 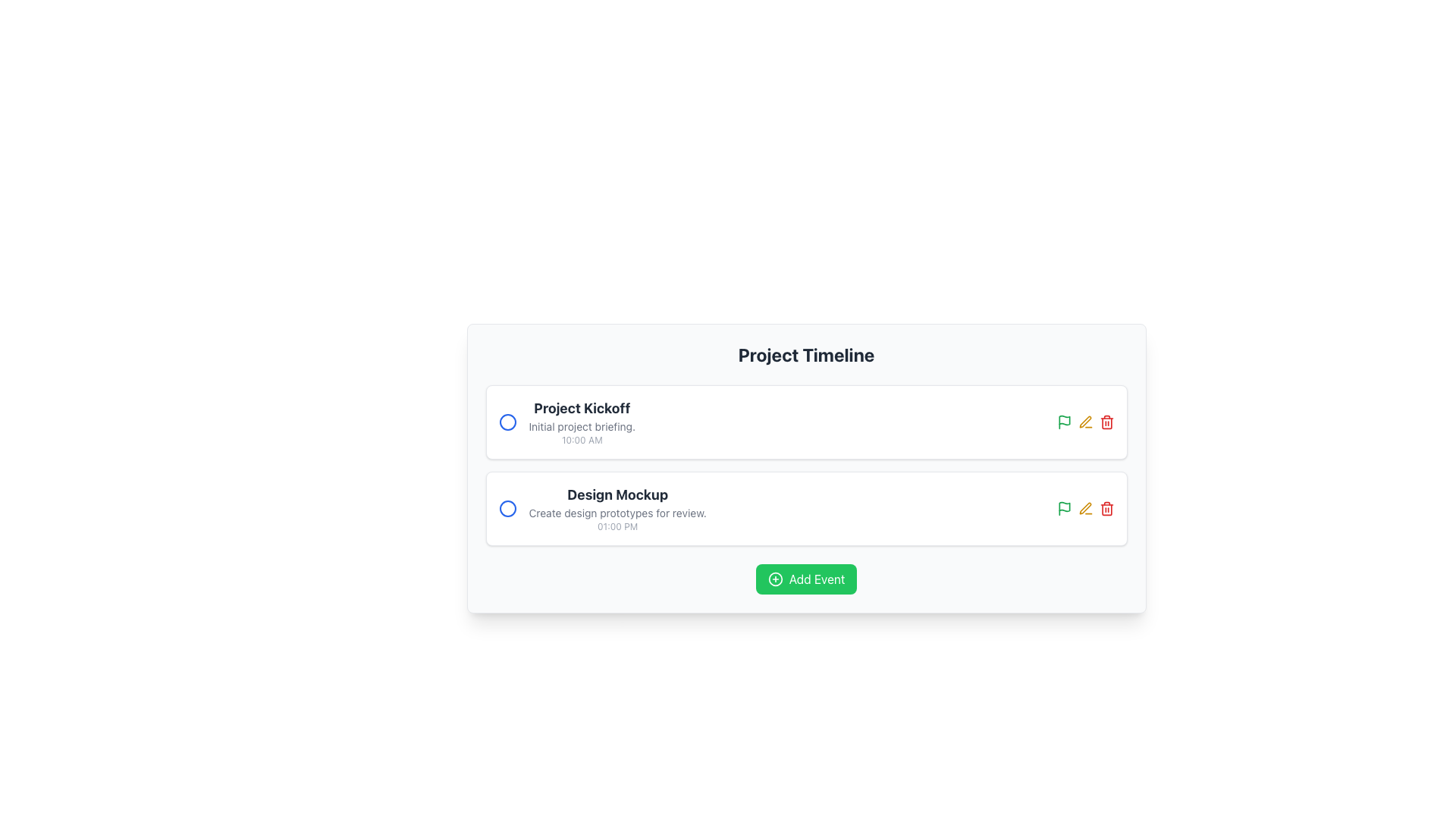 What do you see at coordinates (601, 509) in the screenshot?
I see `the composite text element displaying 'Design Mockup'` at bounding box center [601, 509].